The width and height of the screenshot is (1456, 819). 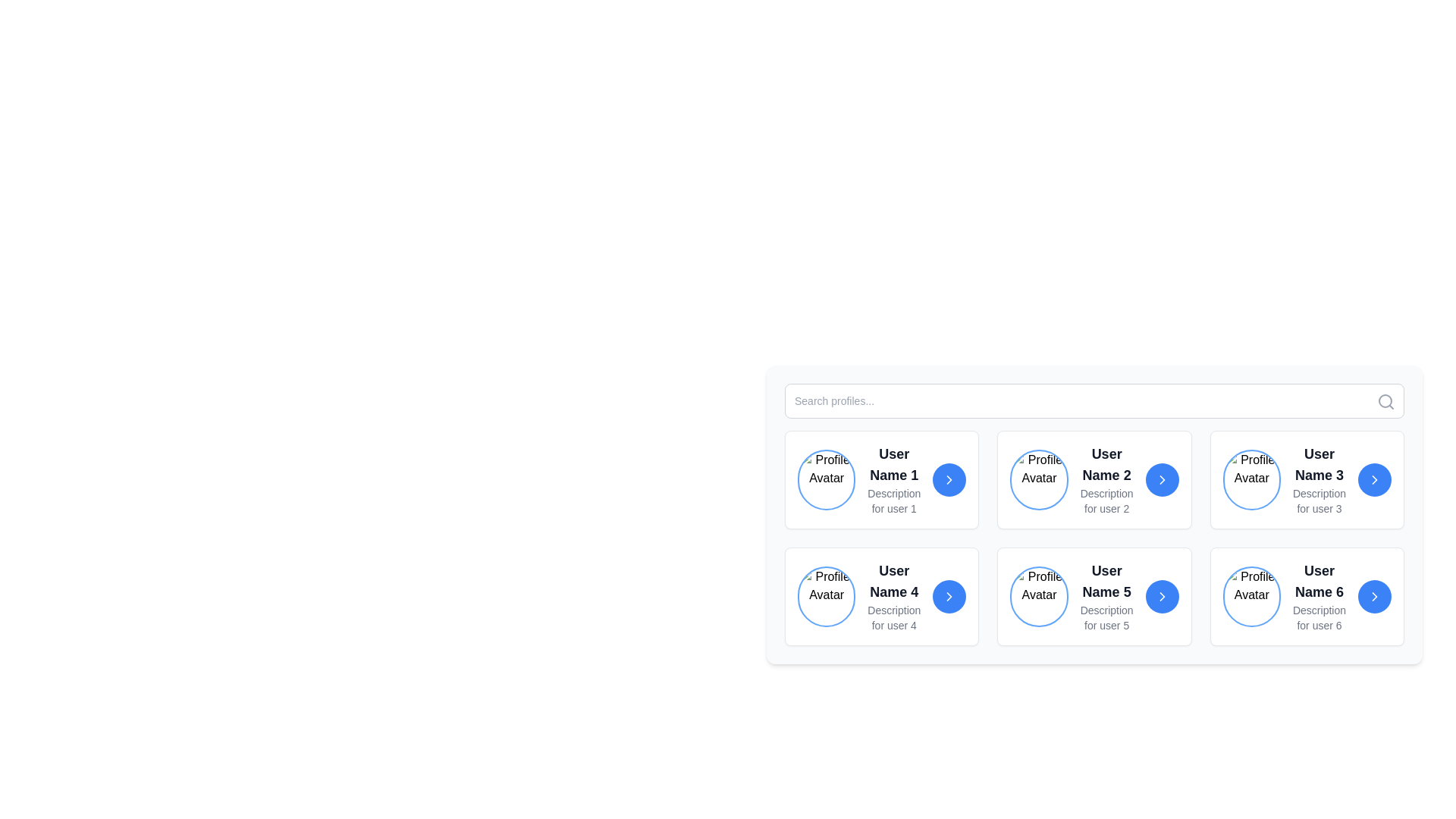 I want to click on the user description text in the sixth profile card located at the bottom-right corner of the grid layout, so click(x=1306, y=595).